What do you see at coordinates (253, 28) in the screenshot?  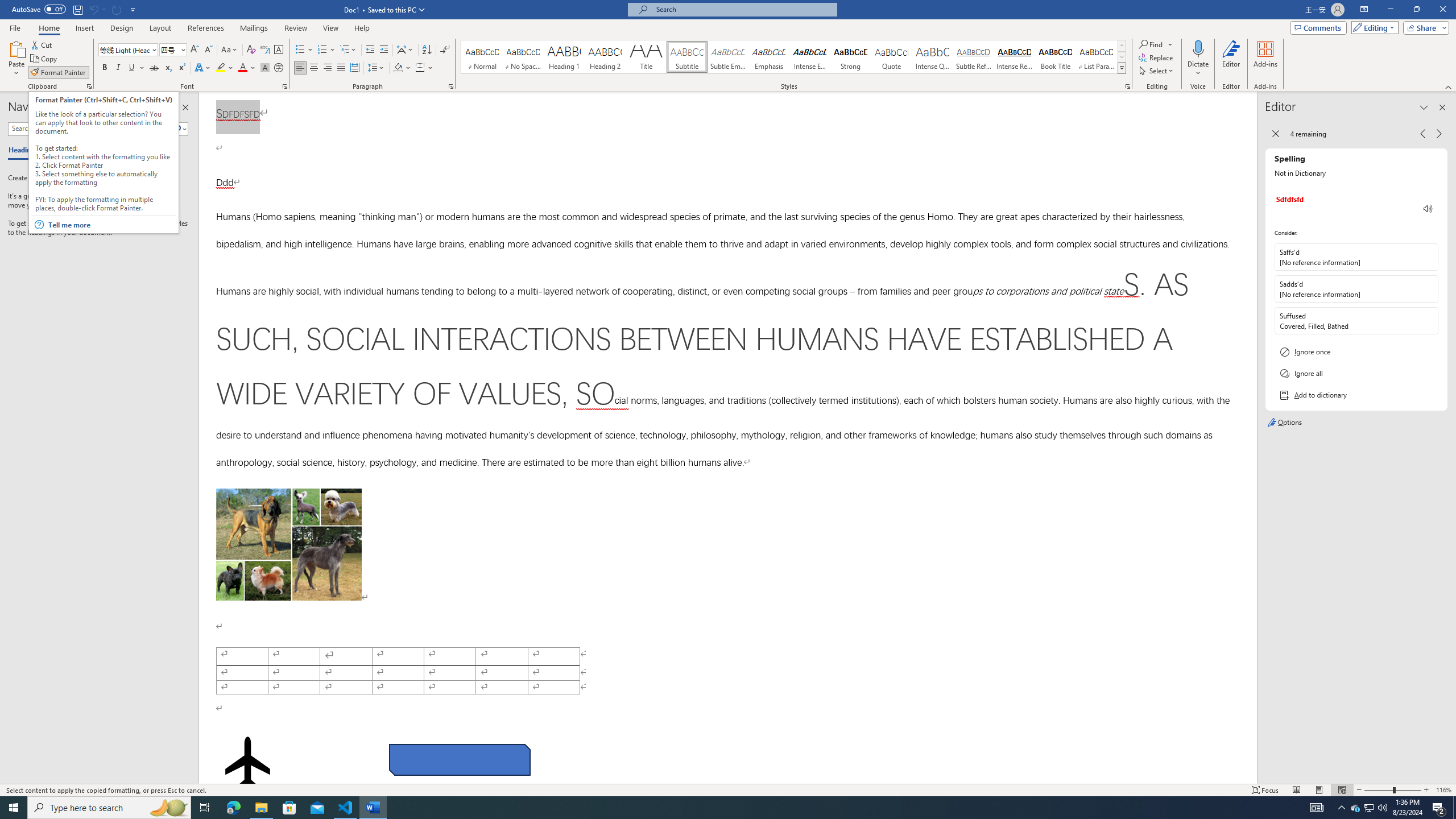 I see `'Mailings'` at bounding box center [253, 28].